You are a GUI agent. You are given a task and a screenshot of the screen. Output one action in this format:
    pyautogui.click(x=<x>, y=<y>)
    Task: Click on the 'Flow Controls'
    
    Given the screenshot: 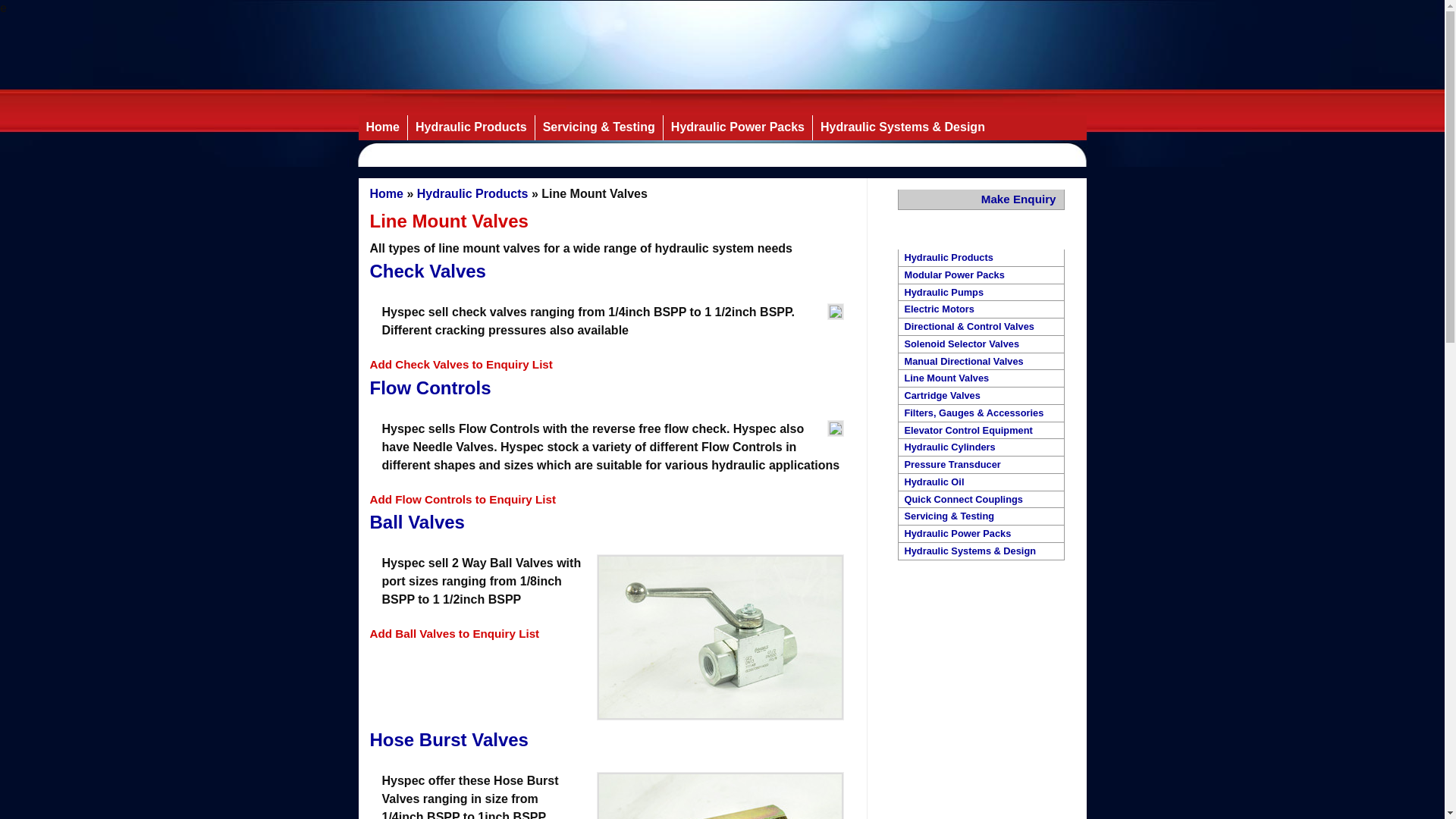 What is the action you would take?
    pyautogui.click(x=429, y=387)
    